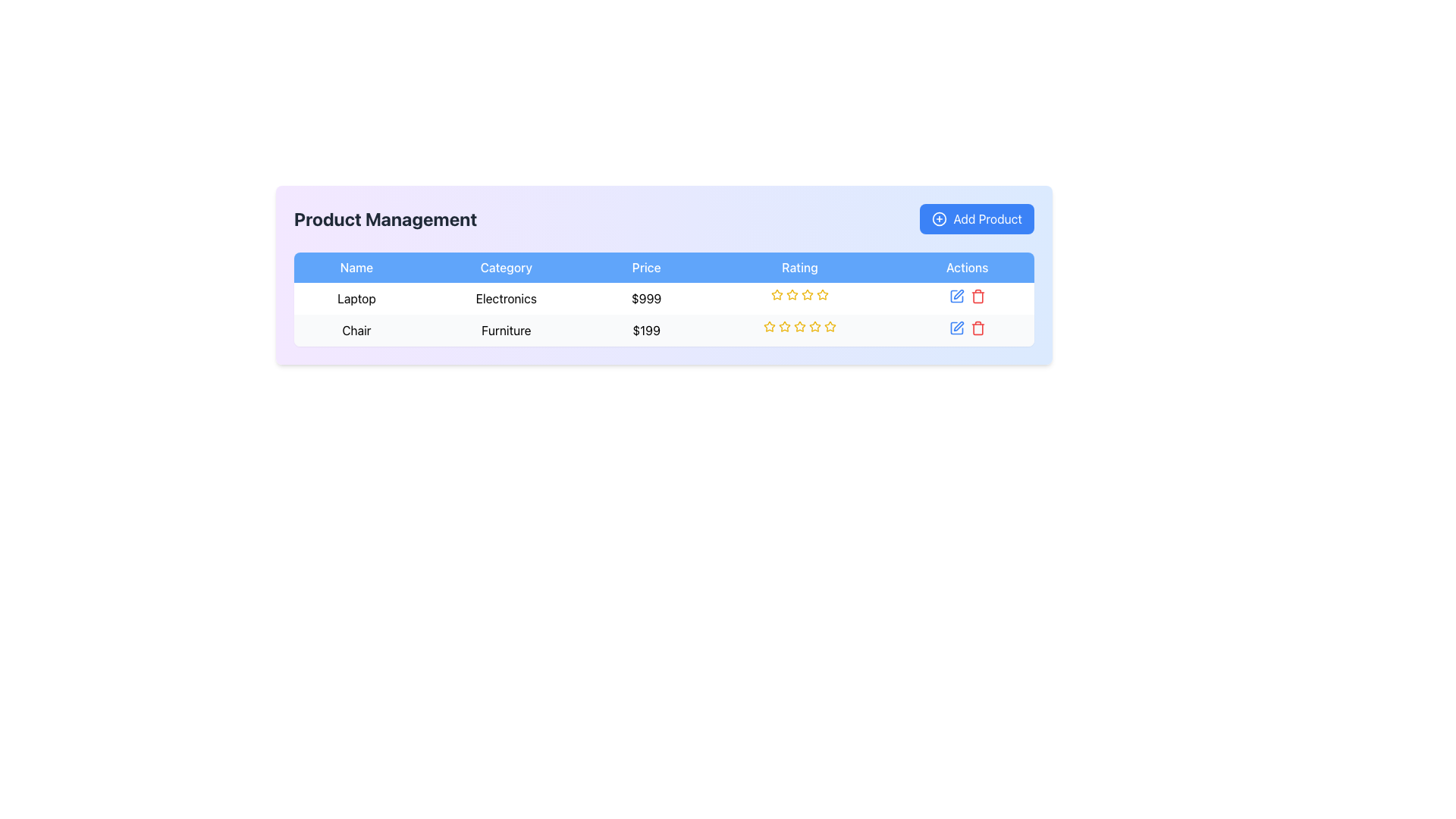 The image size is (1456, 819). Describe the element at coordinates (829, 325) in the screenshot. I see `the fifth Rating Star Icon in the 'Rating' column of the second row in the 'Product Management' section` at that location.